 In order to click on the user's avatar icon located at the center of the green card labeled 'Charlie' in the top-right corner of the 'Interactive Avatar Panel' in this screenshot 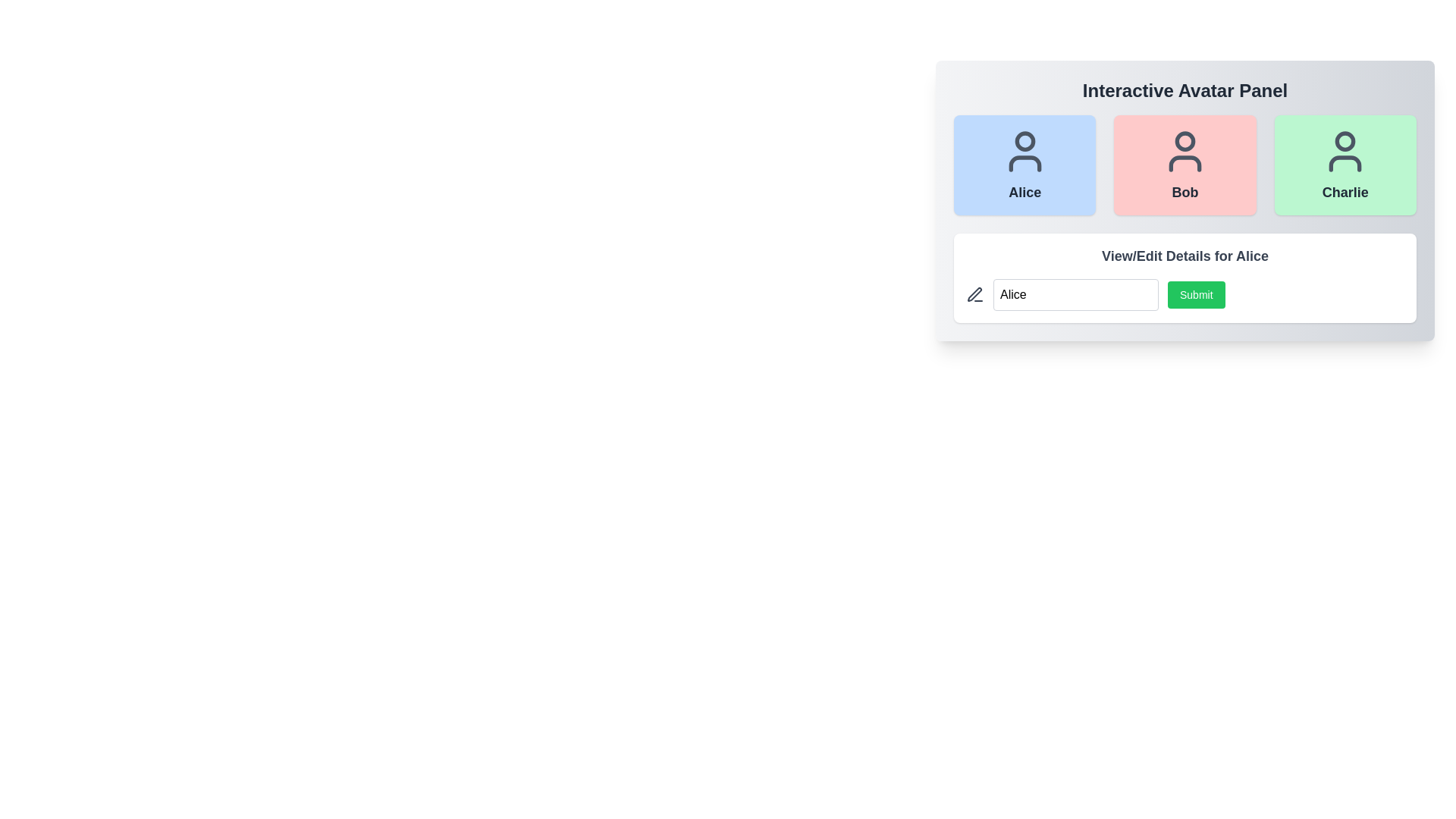, I will do `click(1345, 152)`.